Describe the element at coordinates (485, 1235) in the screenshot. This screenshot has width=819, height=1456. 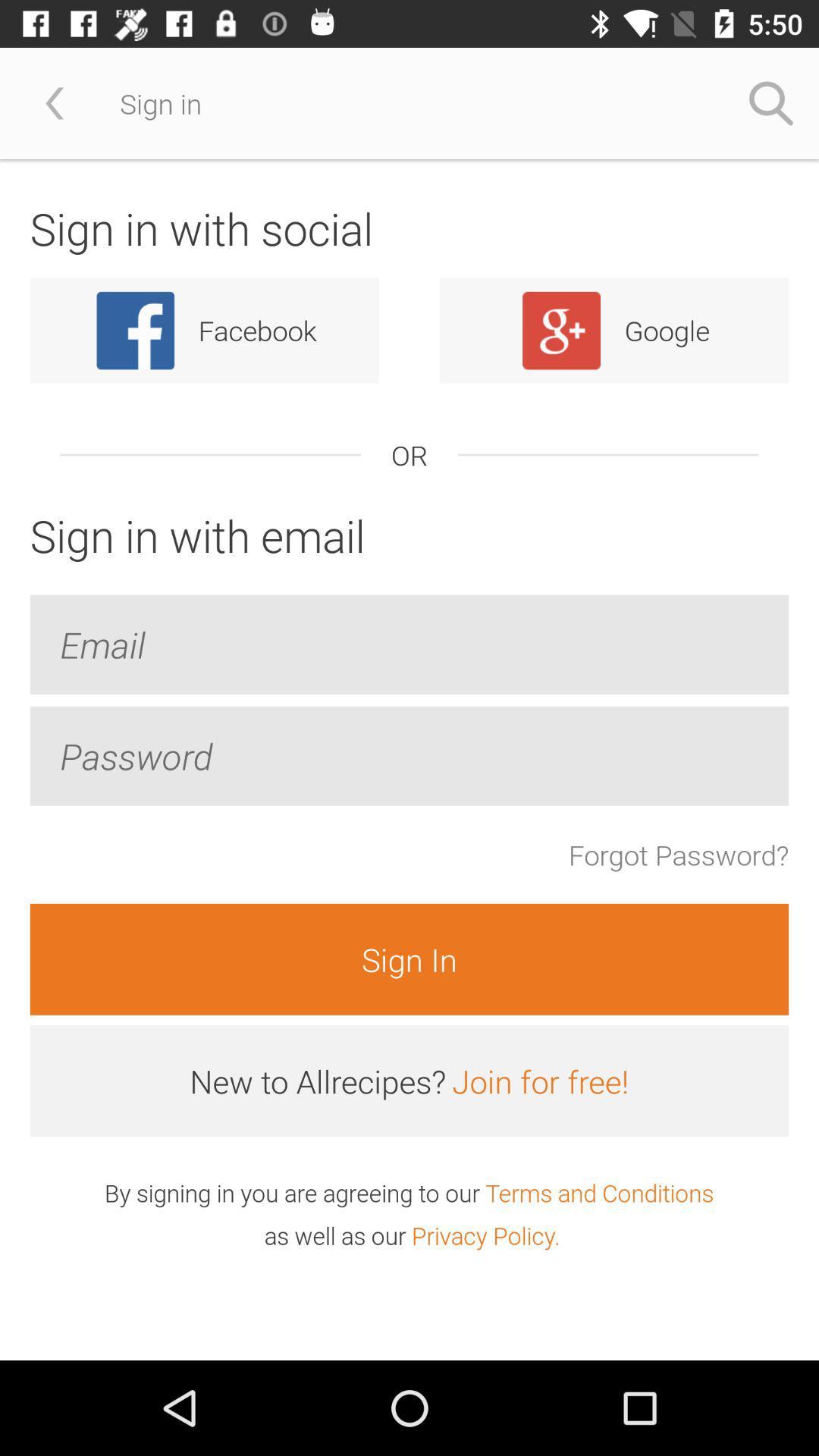
I see `icon to the right of the as well as` at that location.